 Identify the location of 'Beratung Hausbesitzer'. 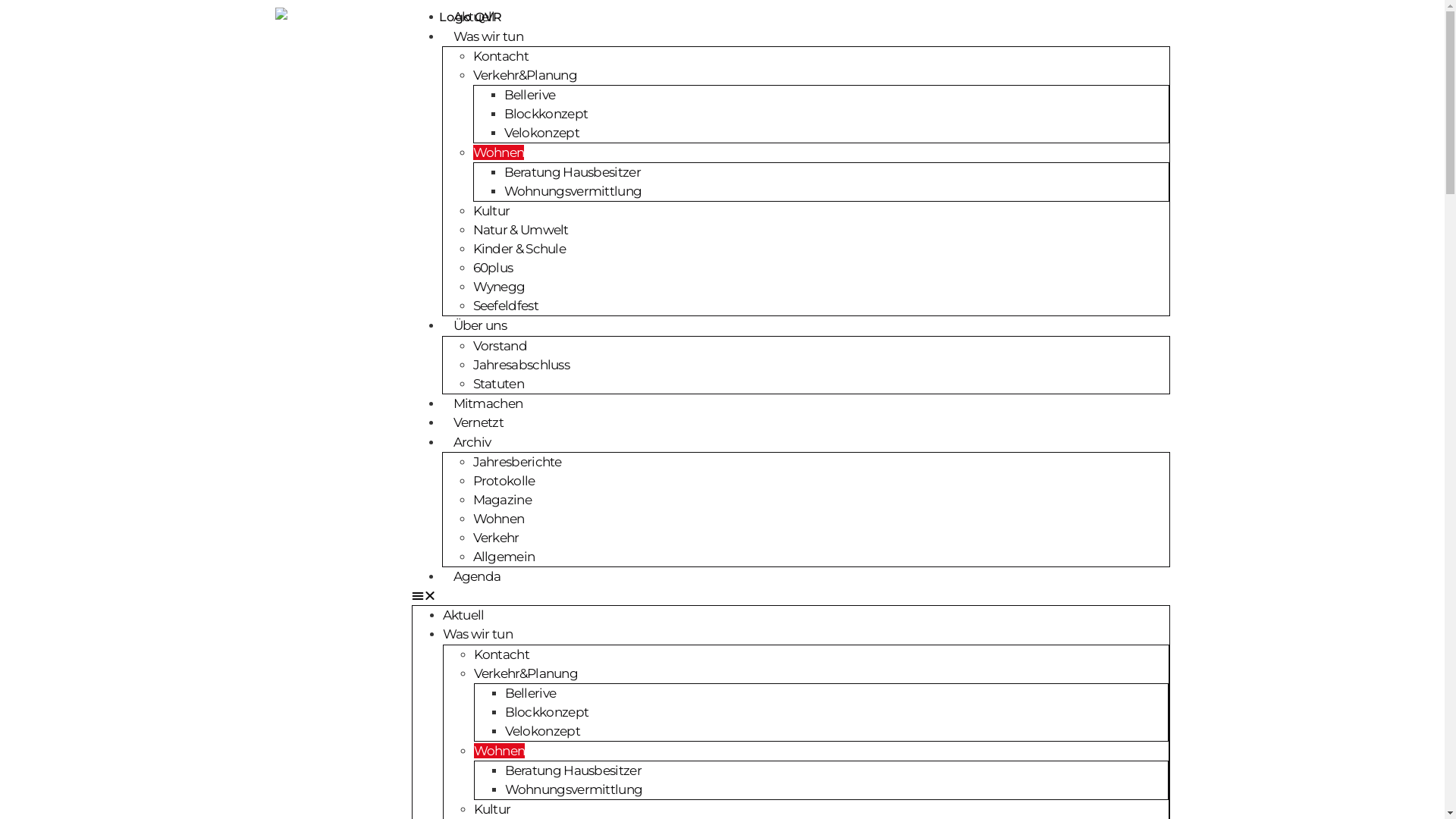
(505, 770).